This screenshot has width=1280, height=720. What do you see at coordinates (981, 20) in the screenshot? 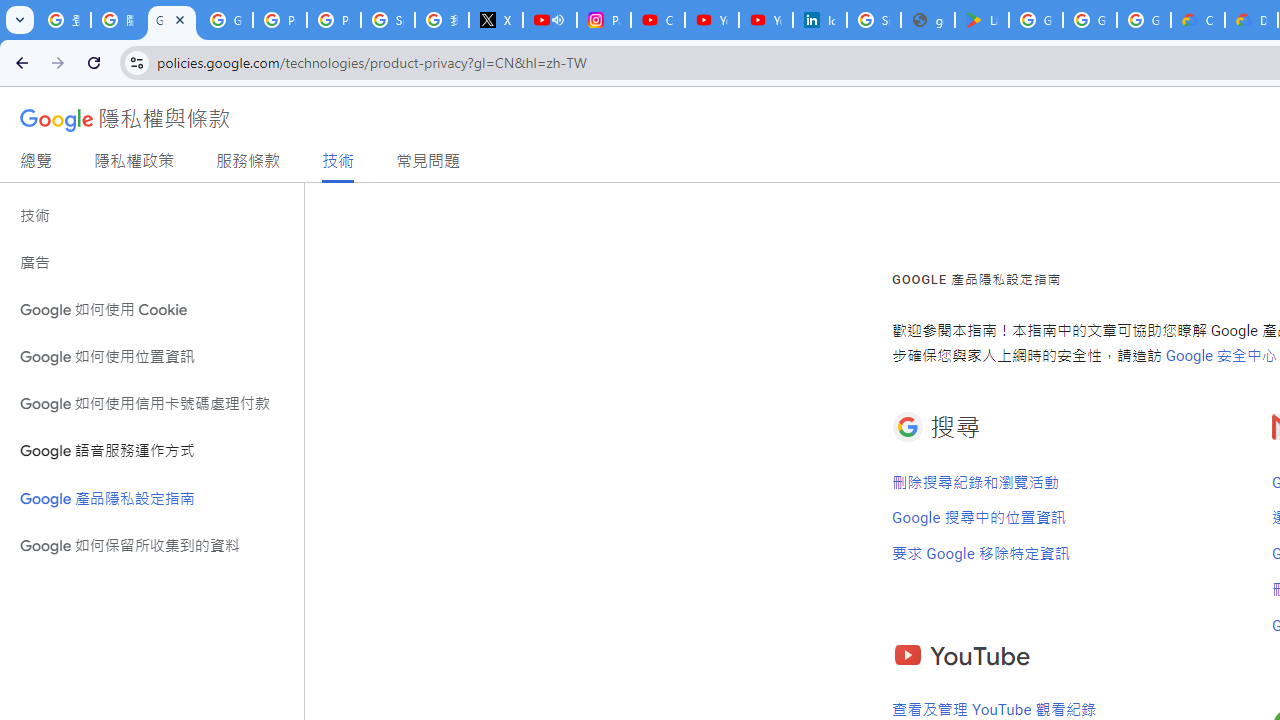
I see `'Last Shelter: Survival - Apps on Google Play'` at bounding box center [981, 20].